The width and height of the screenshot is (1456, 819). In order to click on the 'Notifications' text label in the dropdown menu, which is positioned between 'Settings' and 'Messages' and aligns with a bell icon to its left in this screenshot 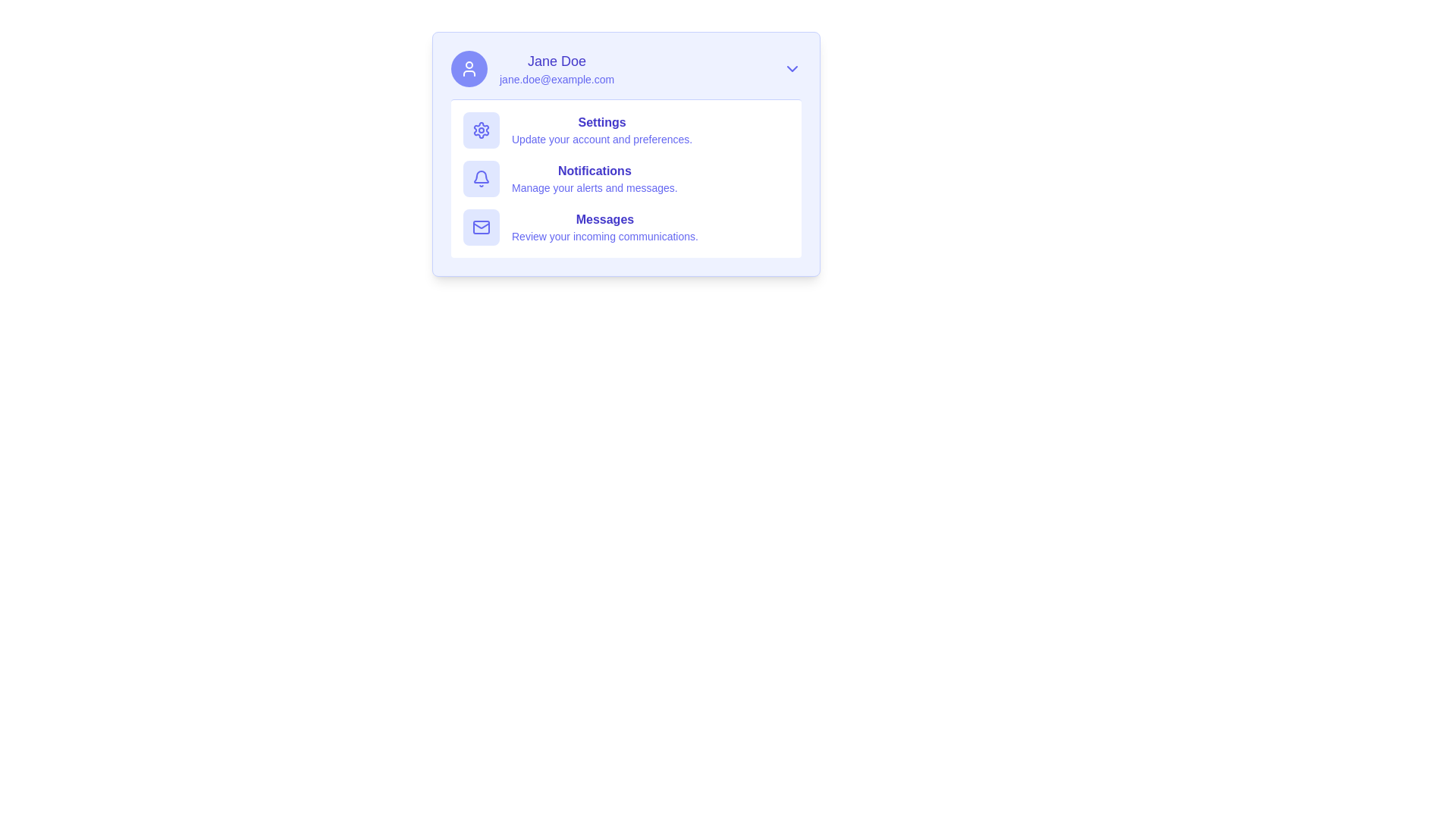, I will do `click(594, 171)`.